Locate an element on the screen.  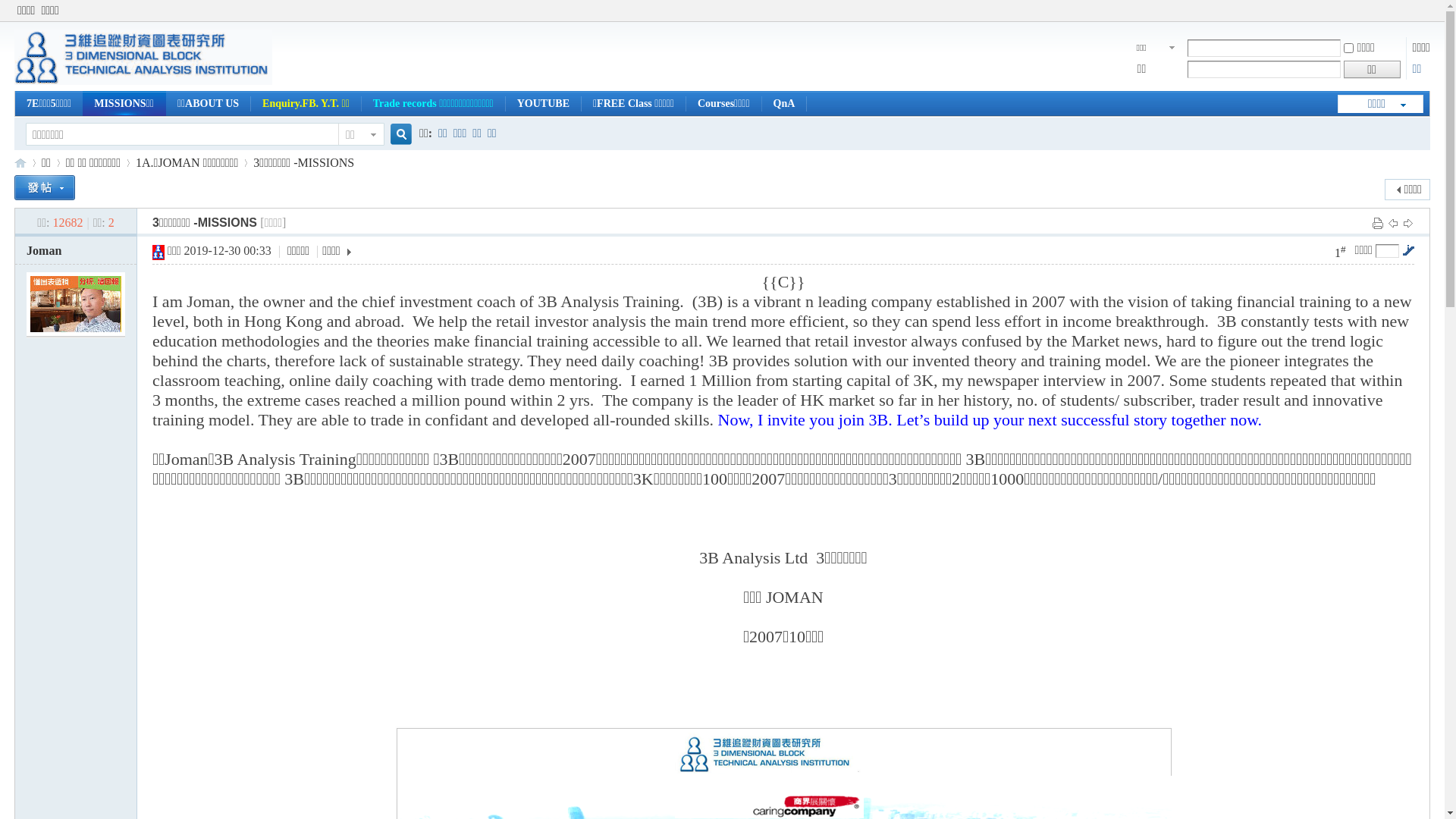
'Joman' is located at coordinates (26, 249).